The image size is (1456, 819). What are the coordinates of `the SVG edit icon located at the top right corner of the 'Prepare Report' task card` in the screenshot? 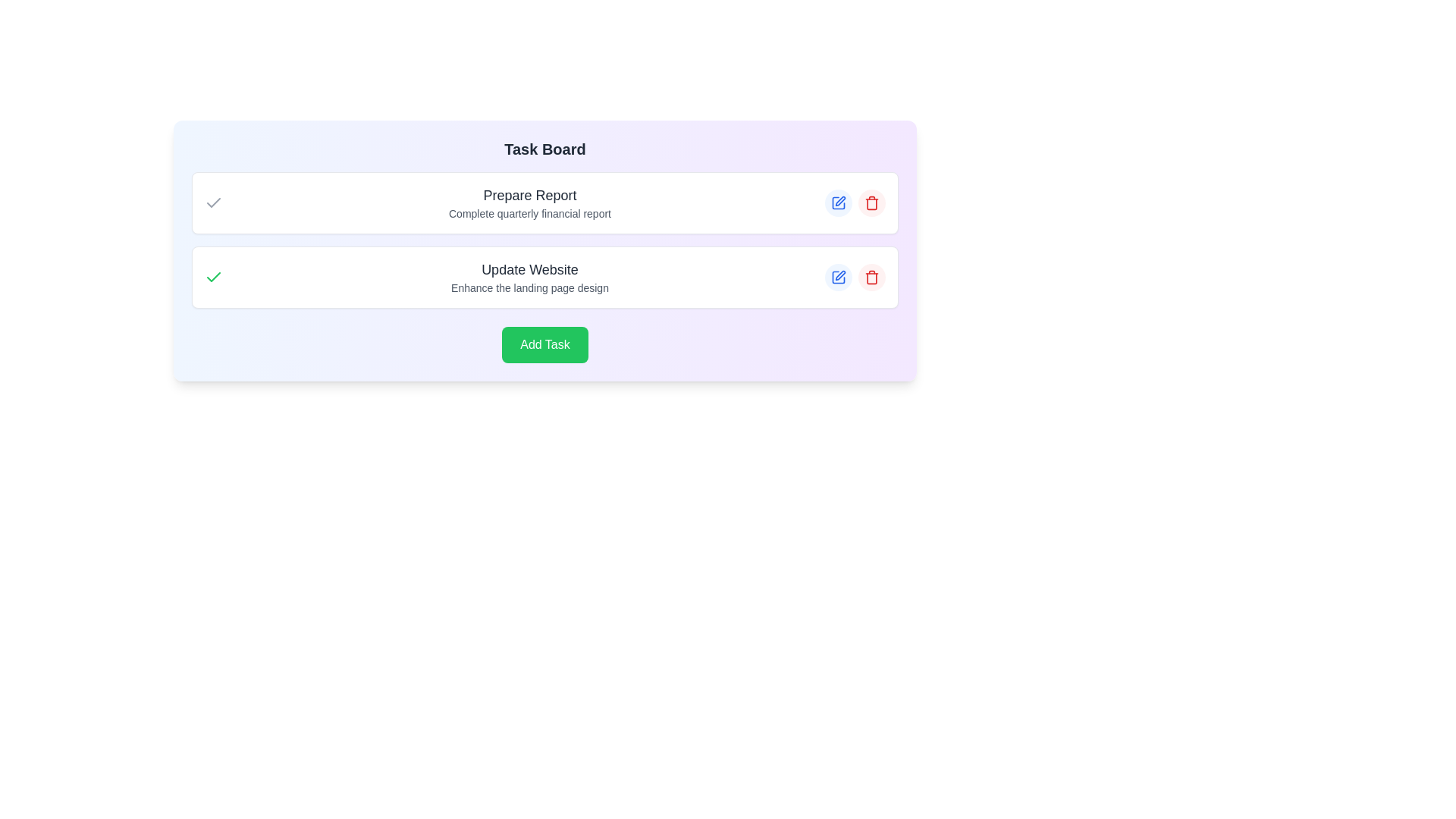 It's located at (837, 202).